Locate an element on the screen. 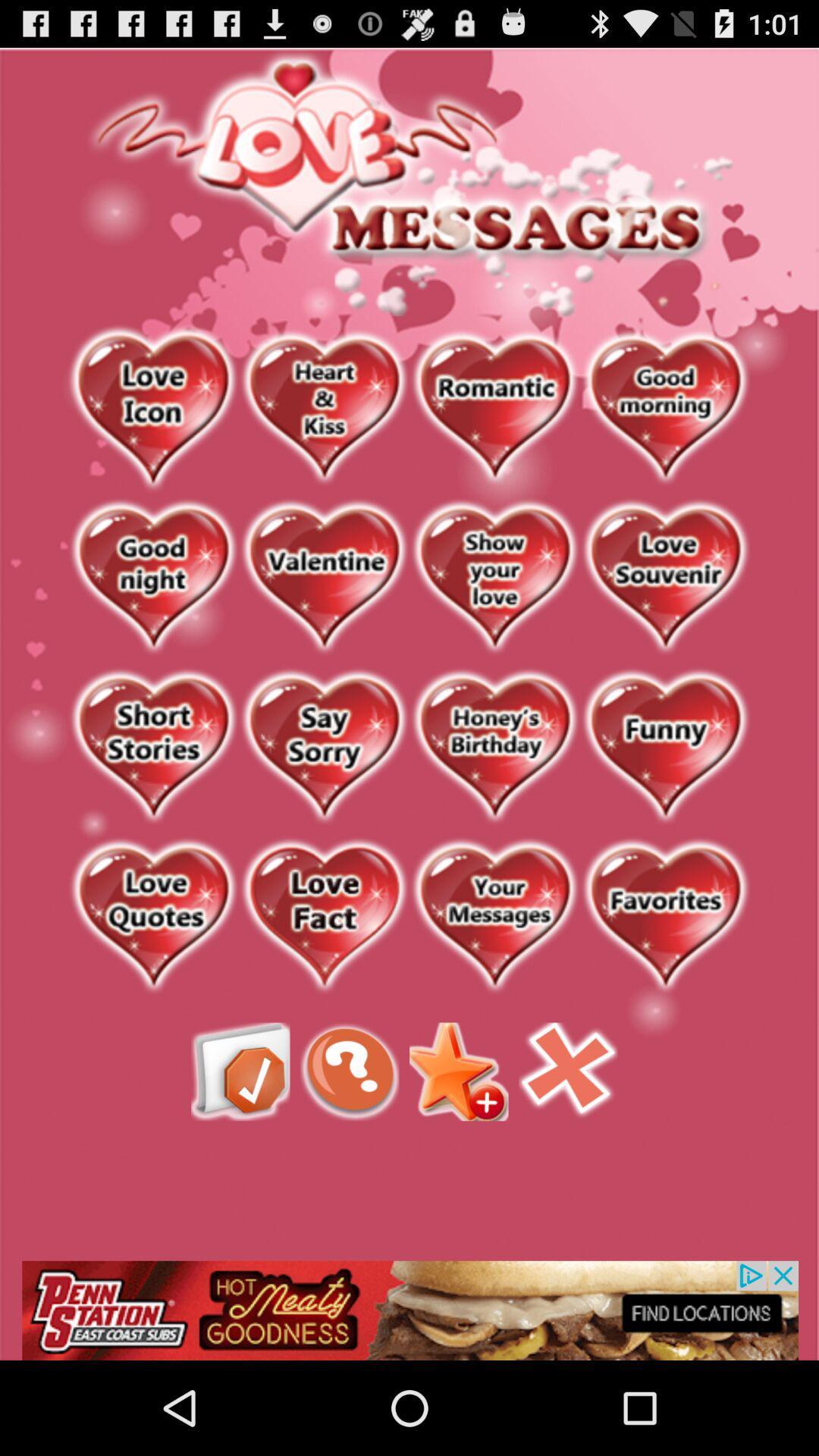 The height and width of the screenshot is (1456, 819). love fact is located at coordinates (323, 916).